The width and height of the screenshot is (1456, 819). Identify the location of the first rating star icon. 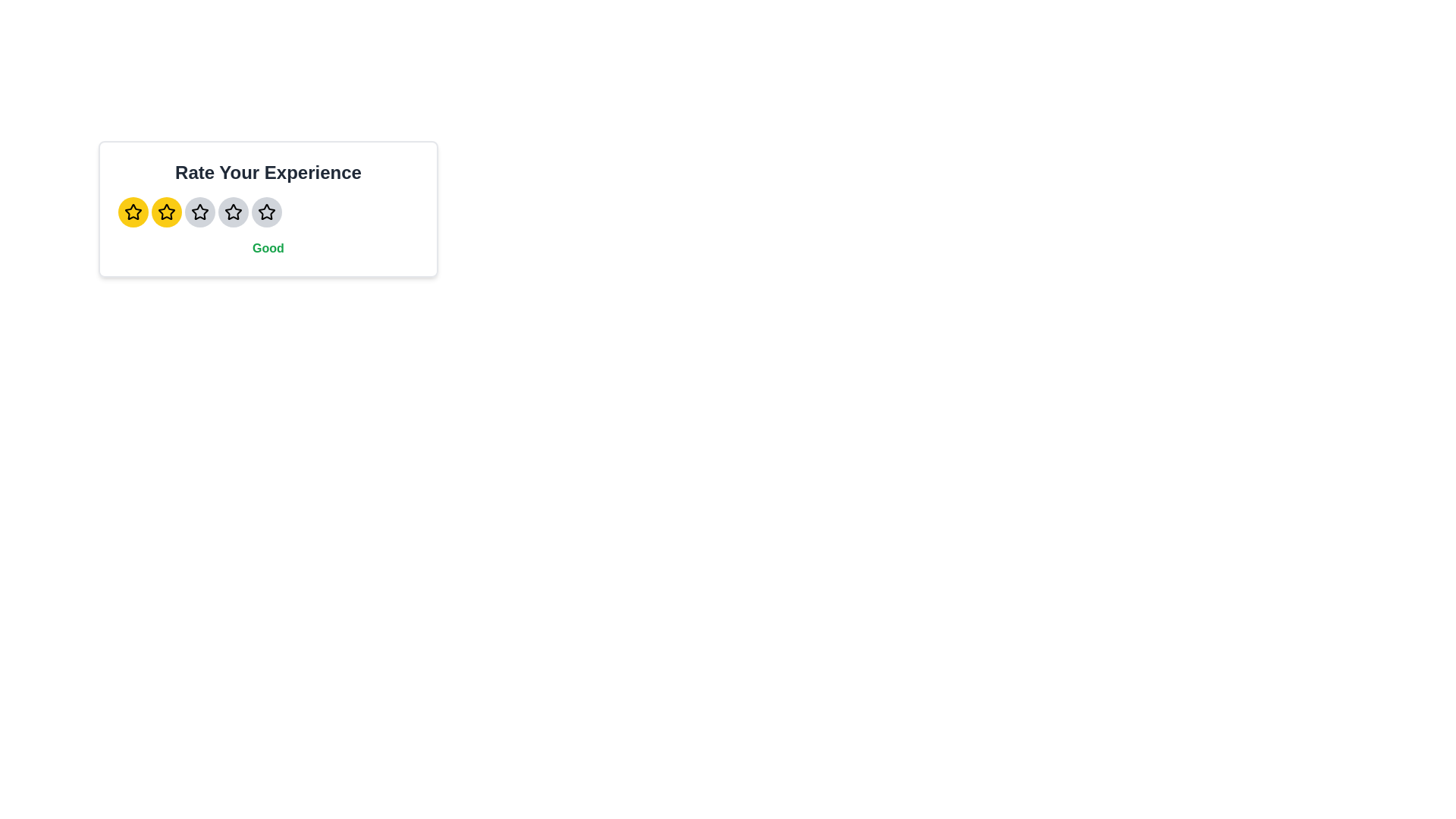
(133, 212).